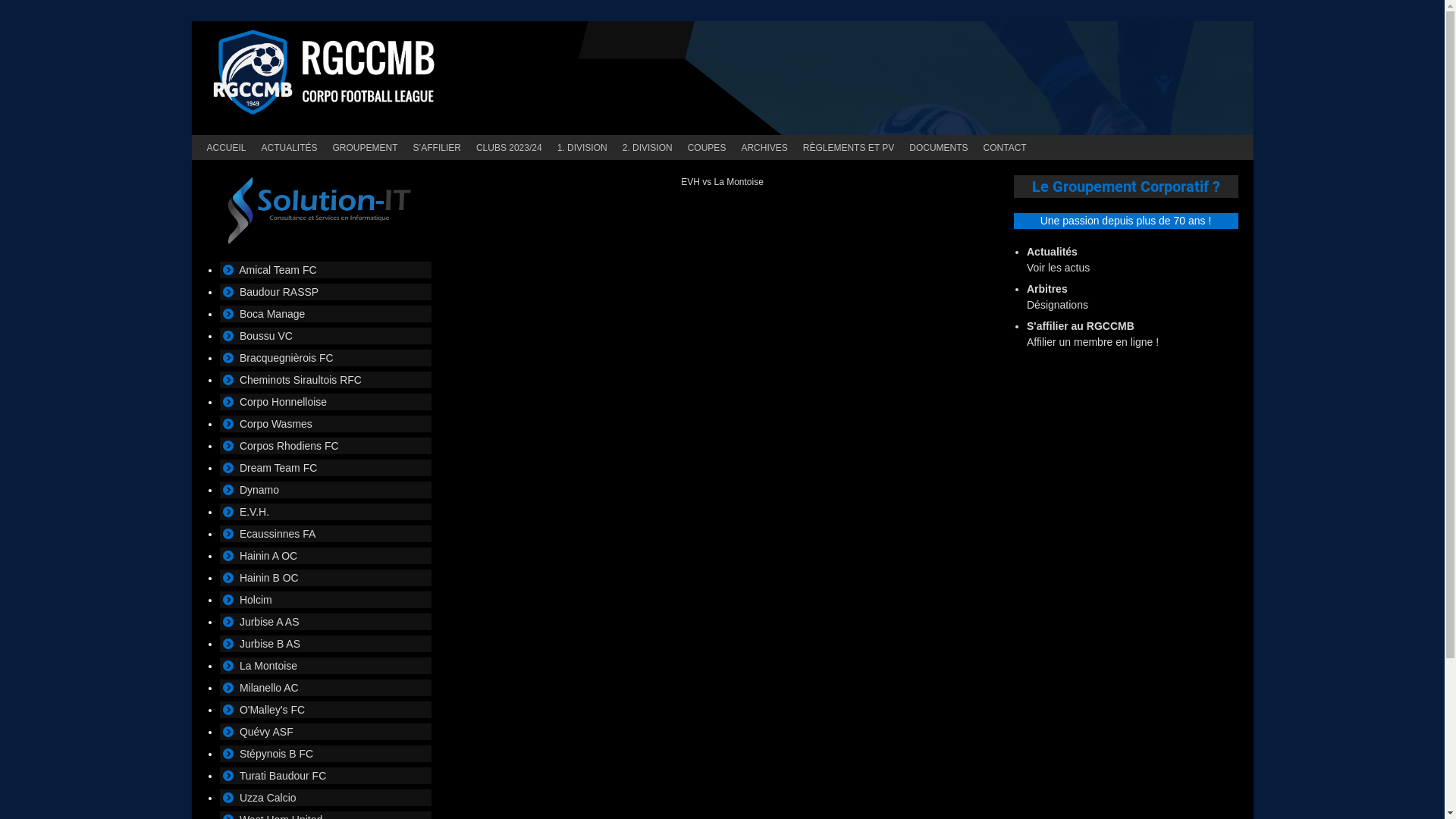 The width and height of the screenshot is (1456, 819). I want to click on 'Voir les actus', so click(1057, 267).